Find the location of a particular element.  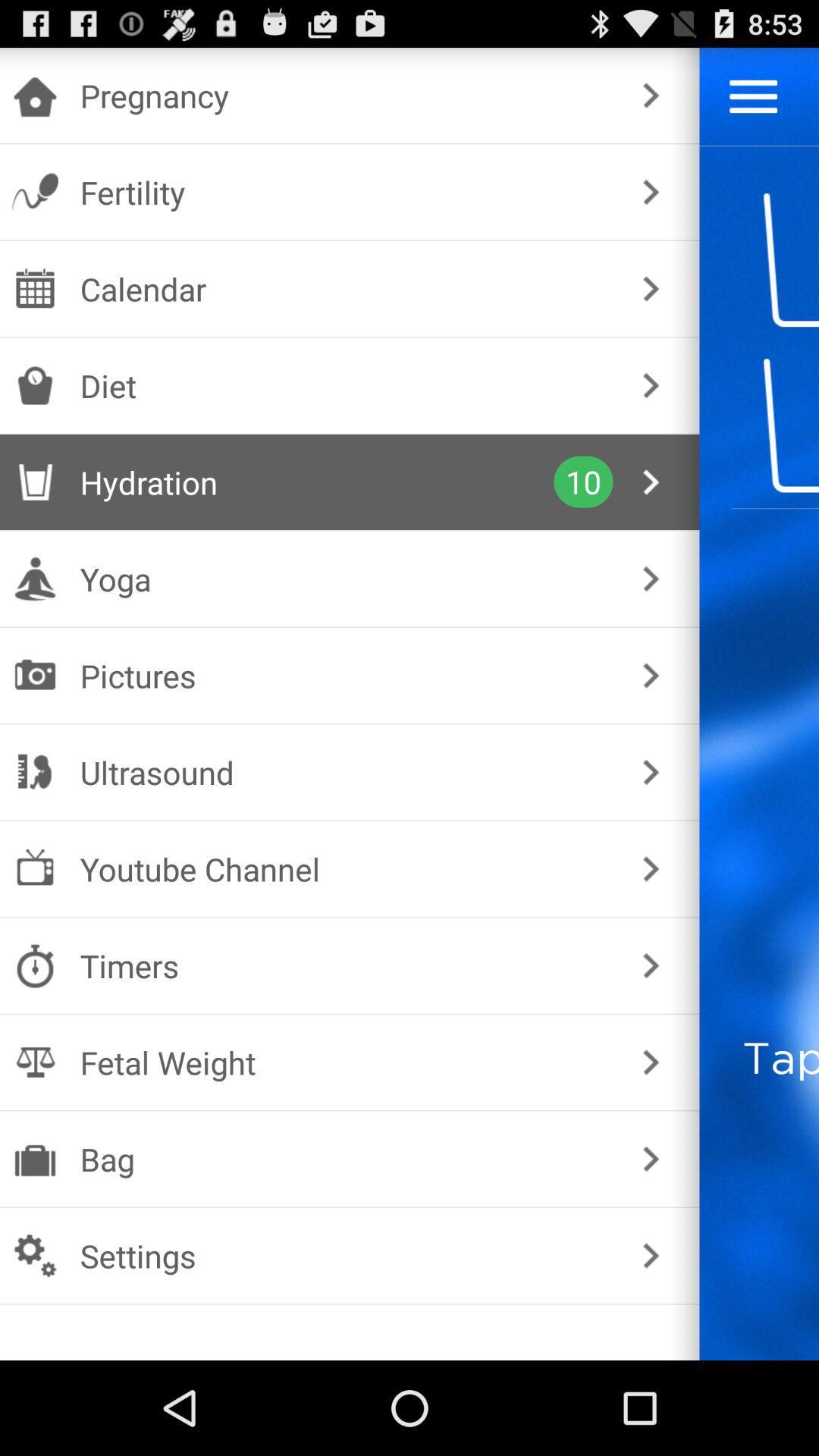

the menu icon is located at coordinates (753, 102).